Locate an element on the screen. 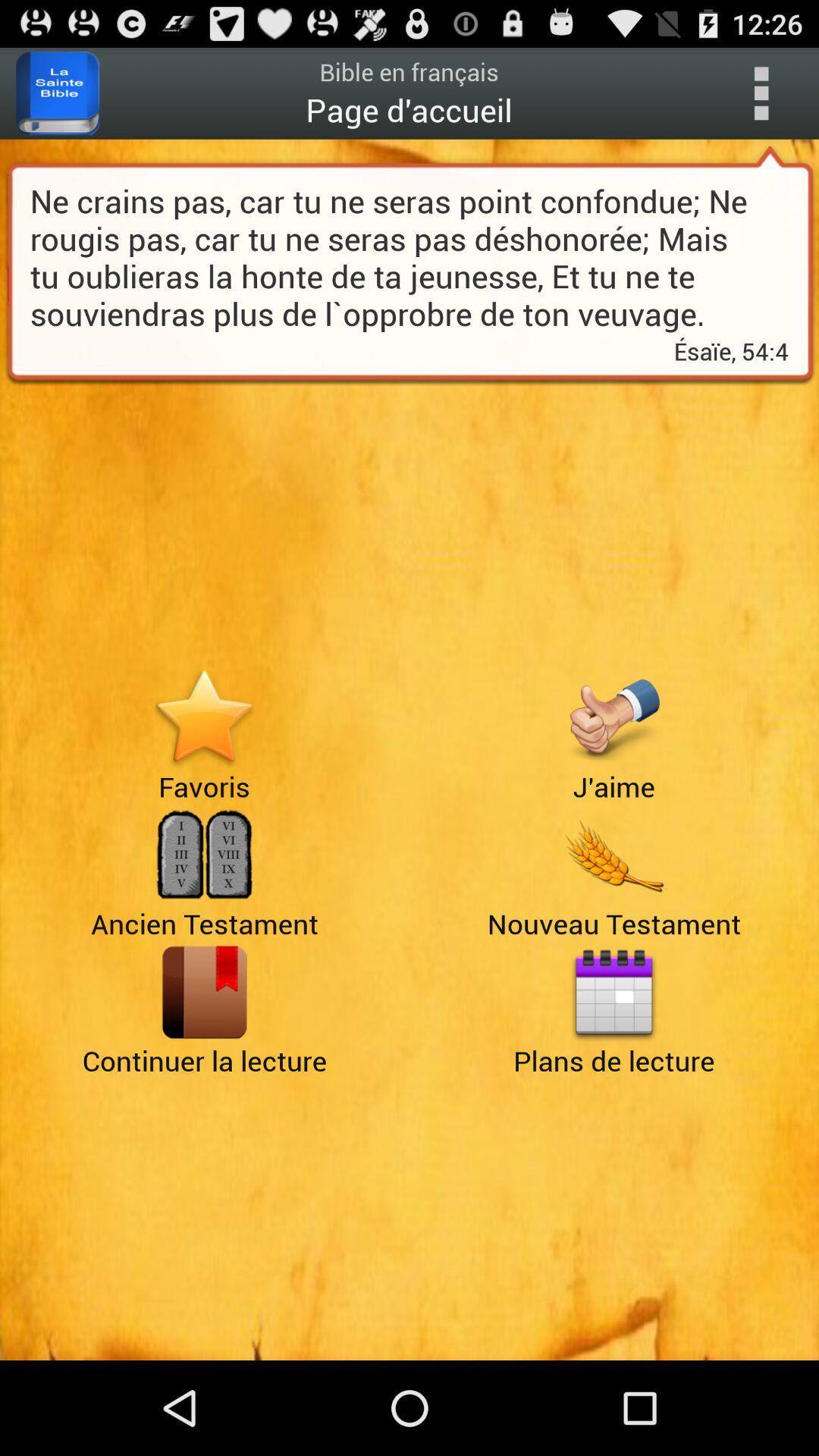 This screenshot has width=819, height=1456. menu option is located at coordinates (761, 93).